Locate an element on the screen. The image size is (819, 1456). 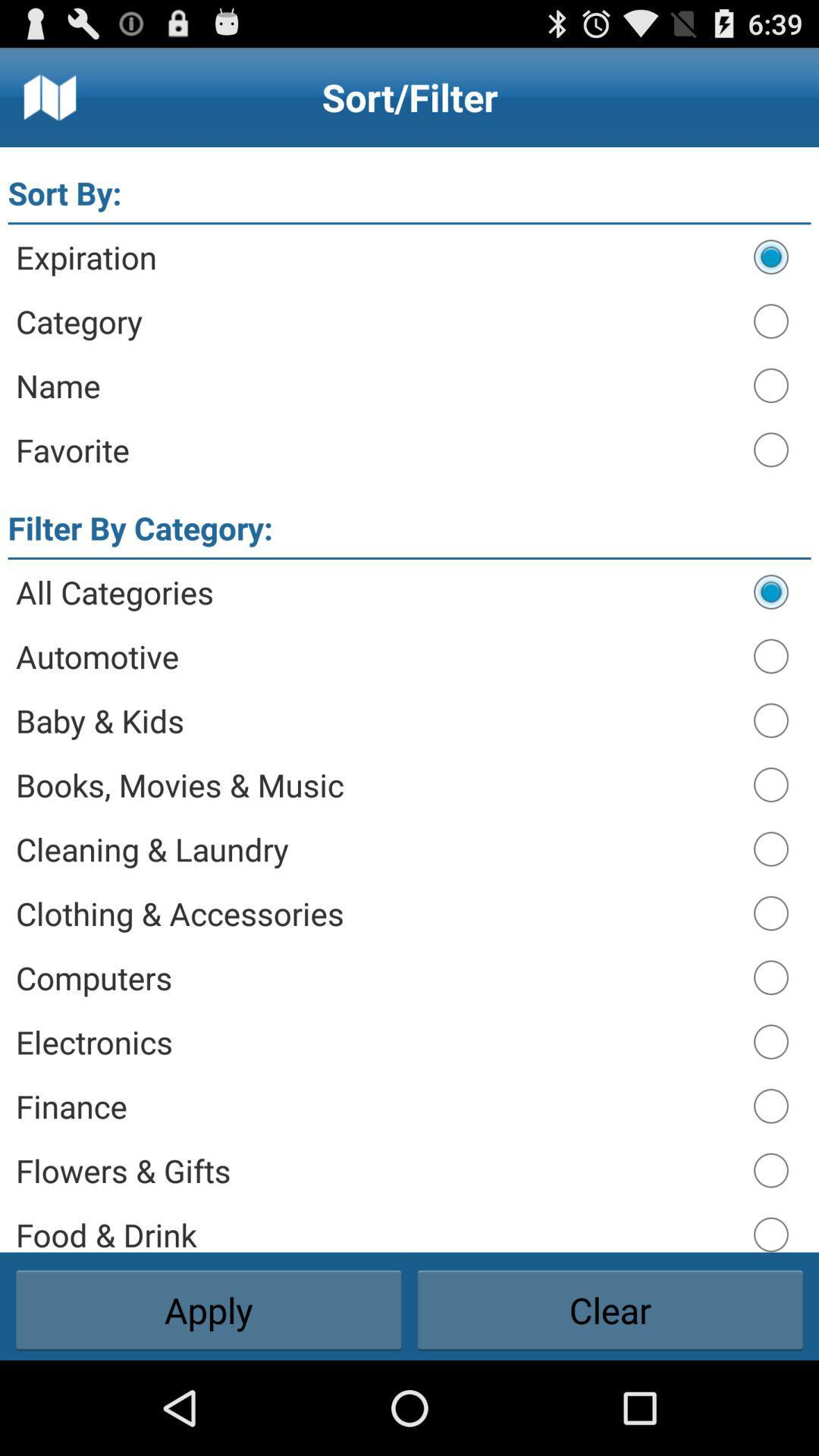
apply is located at coordinates (209, 1310).